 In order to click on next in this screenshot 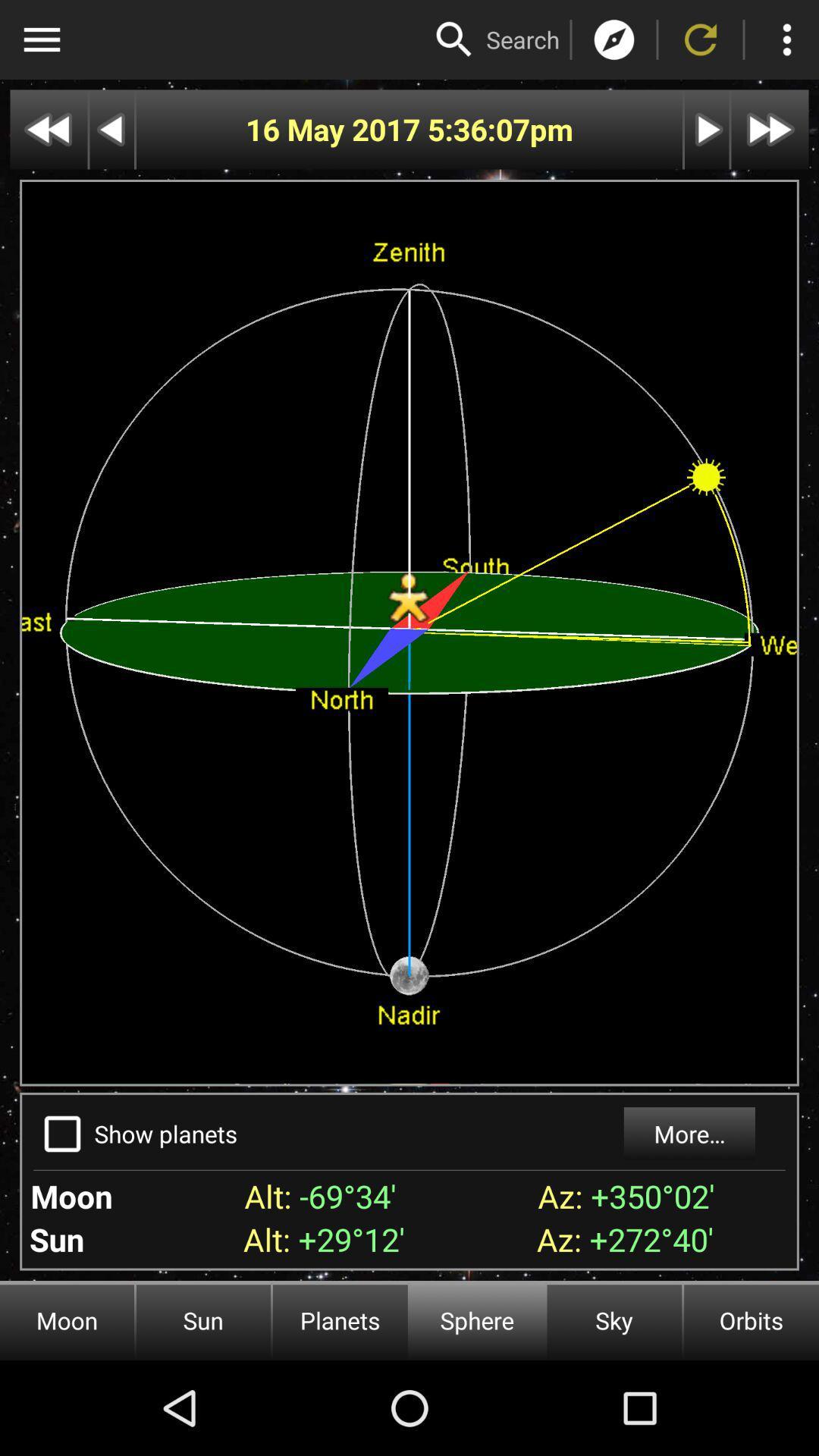, I will do `click(48, 130)`.